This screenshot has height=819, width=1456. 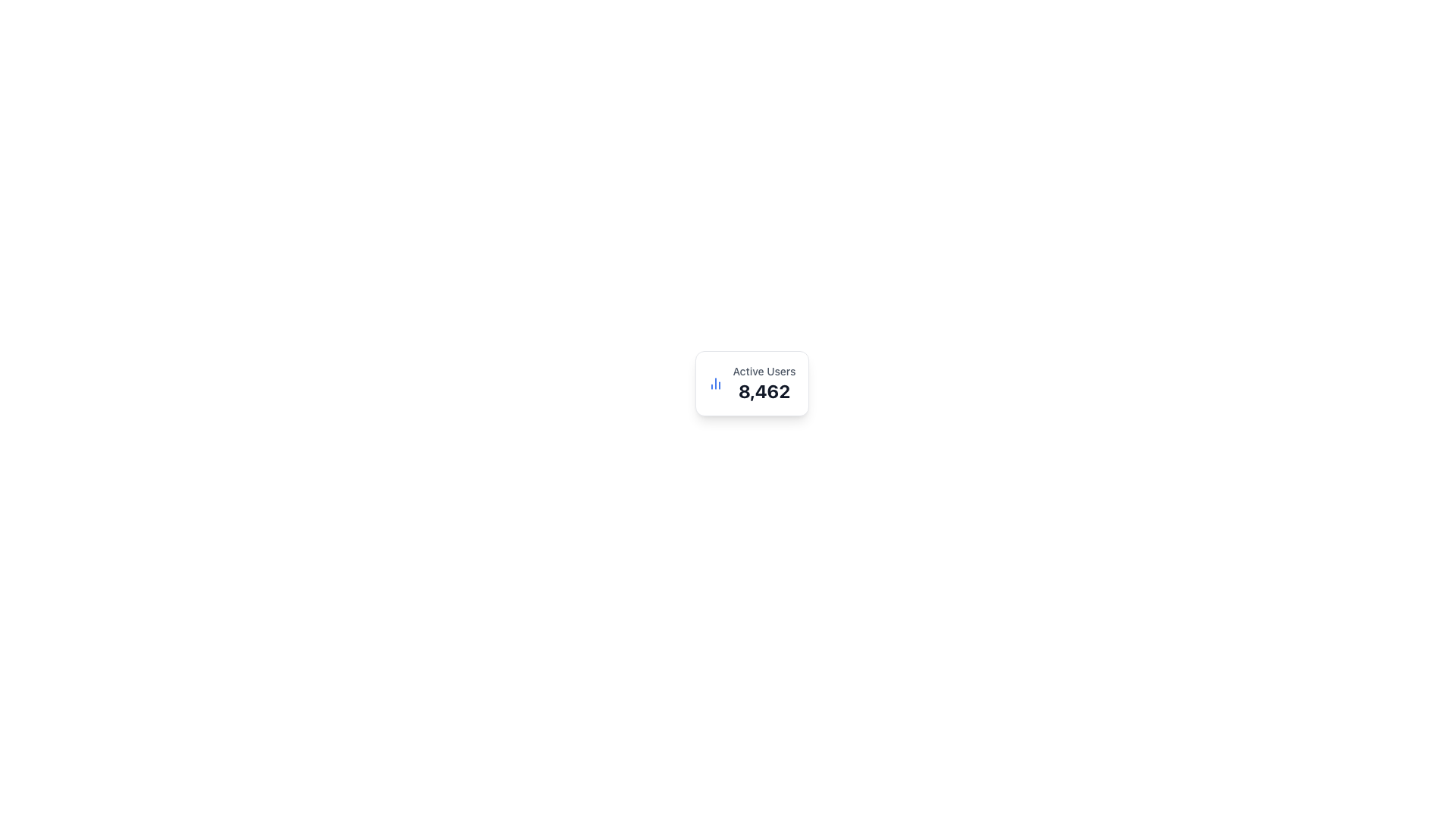 What do you see at coordinates (715, 382) in the screenshot?
I see `the blue bar chart icon representing 'Active Users'` at bounding box center [715, 382].